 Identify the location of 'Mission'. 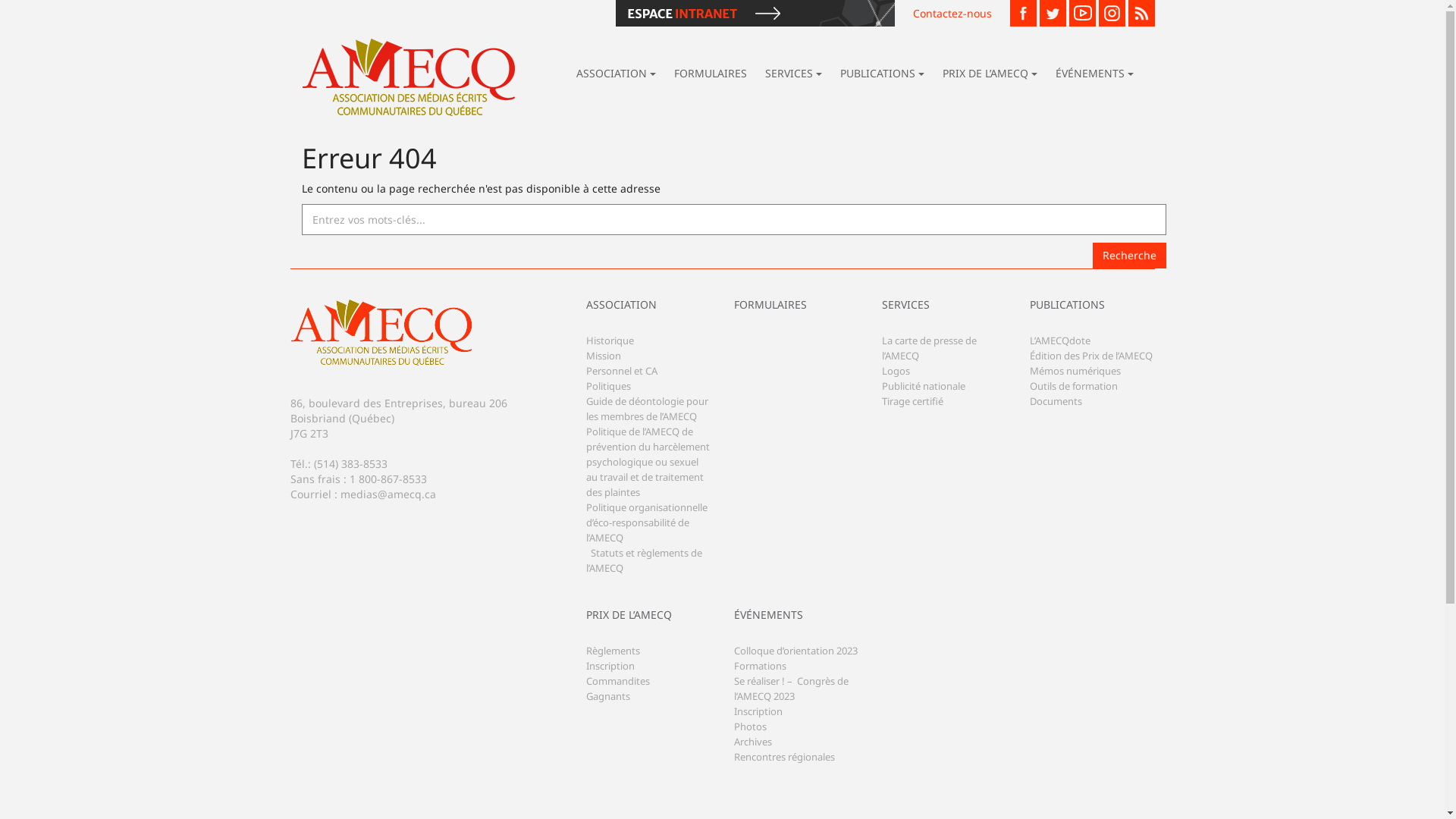
(602, 366).